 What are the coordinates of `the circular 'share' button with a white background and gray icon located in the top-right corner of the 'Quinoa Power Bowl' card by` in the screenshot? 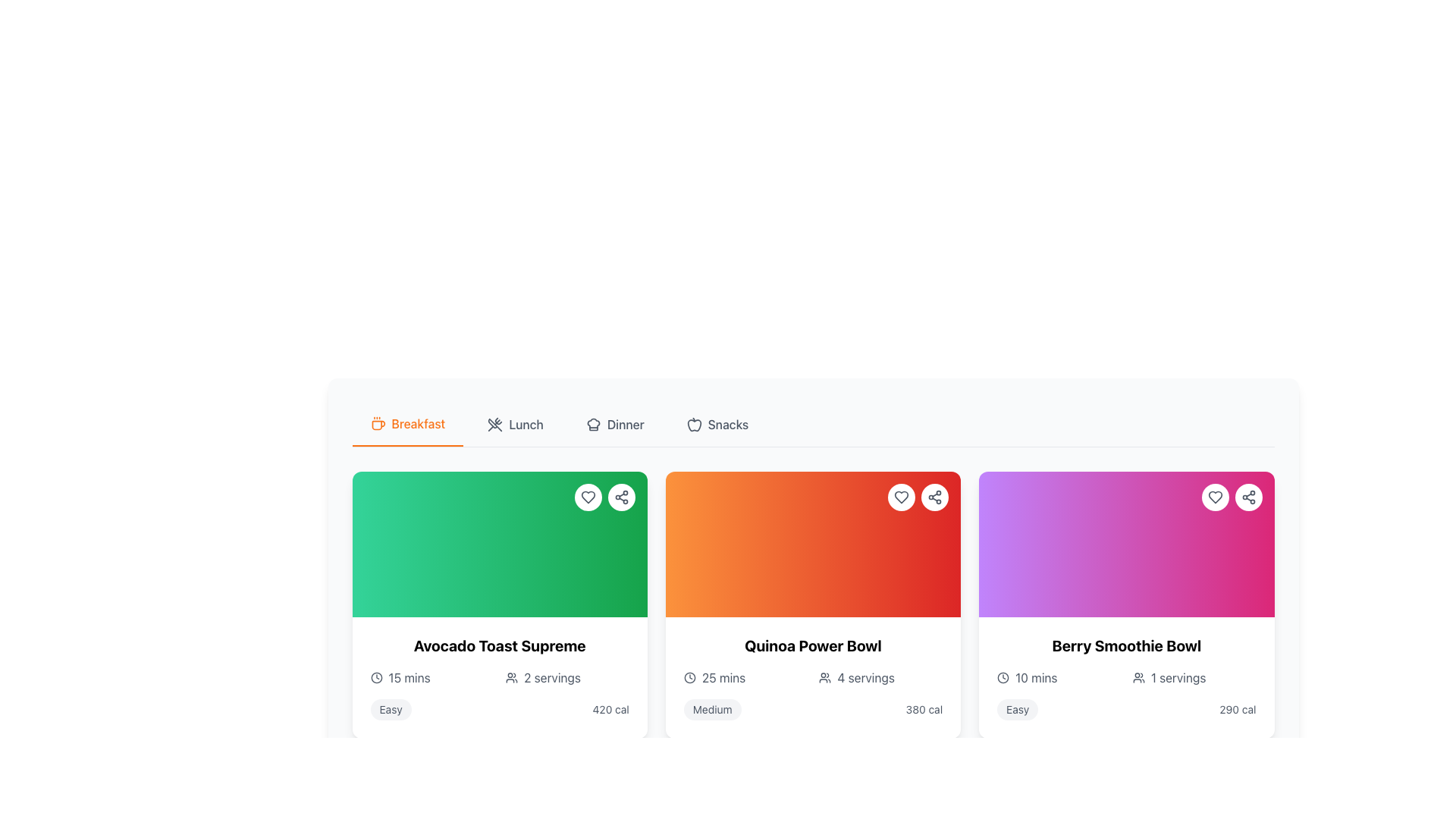 It's located at (934, 497).